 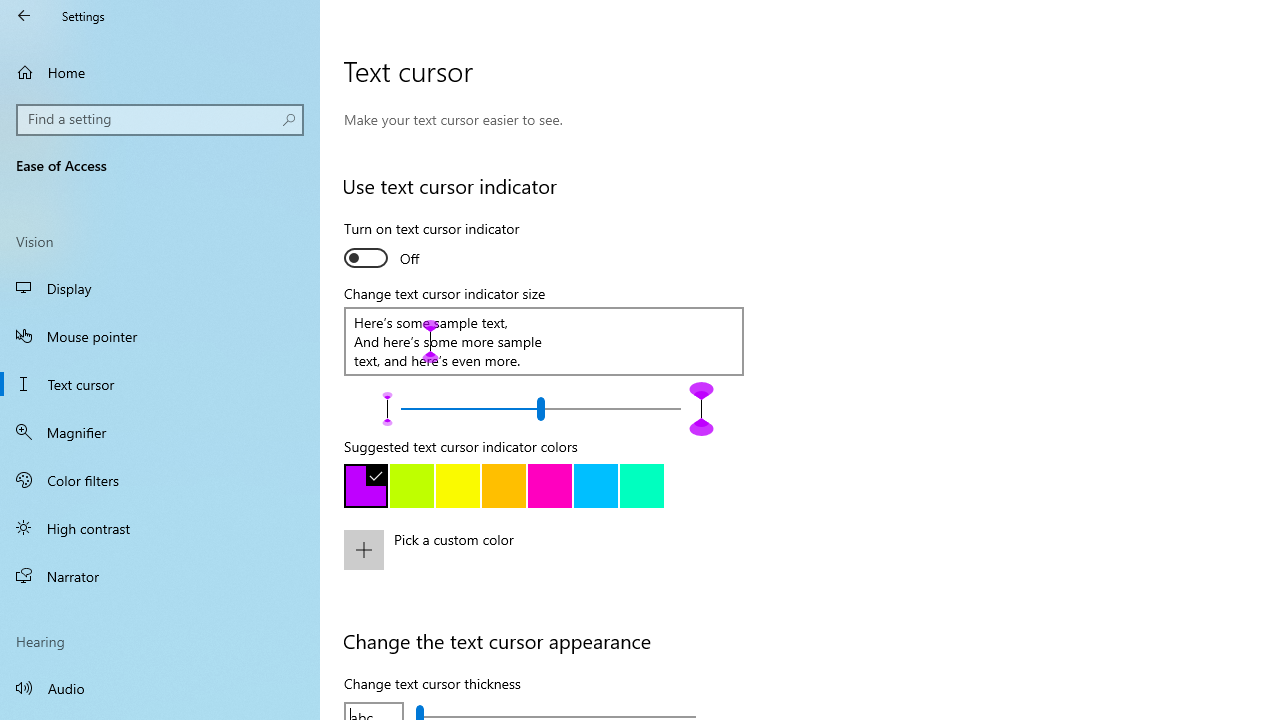 What do you see at coordinates (160, 479) in the screenshot?
I see `'Color filters'` at bounding box center [160, 479].